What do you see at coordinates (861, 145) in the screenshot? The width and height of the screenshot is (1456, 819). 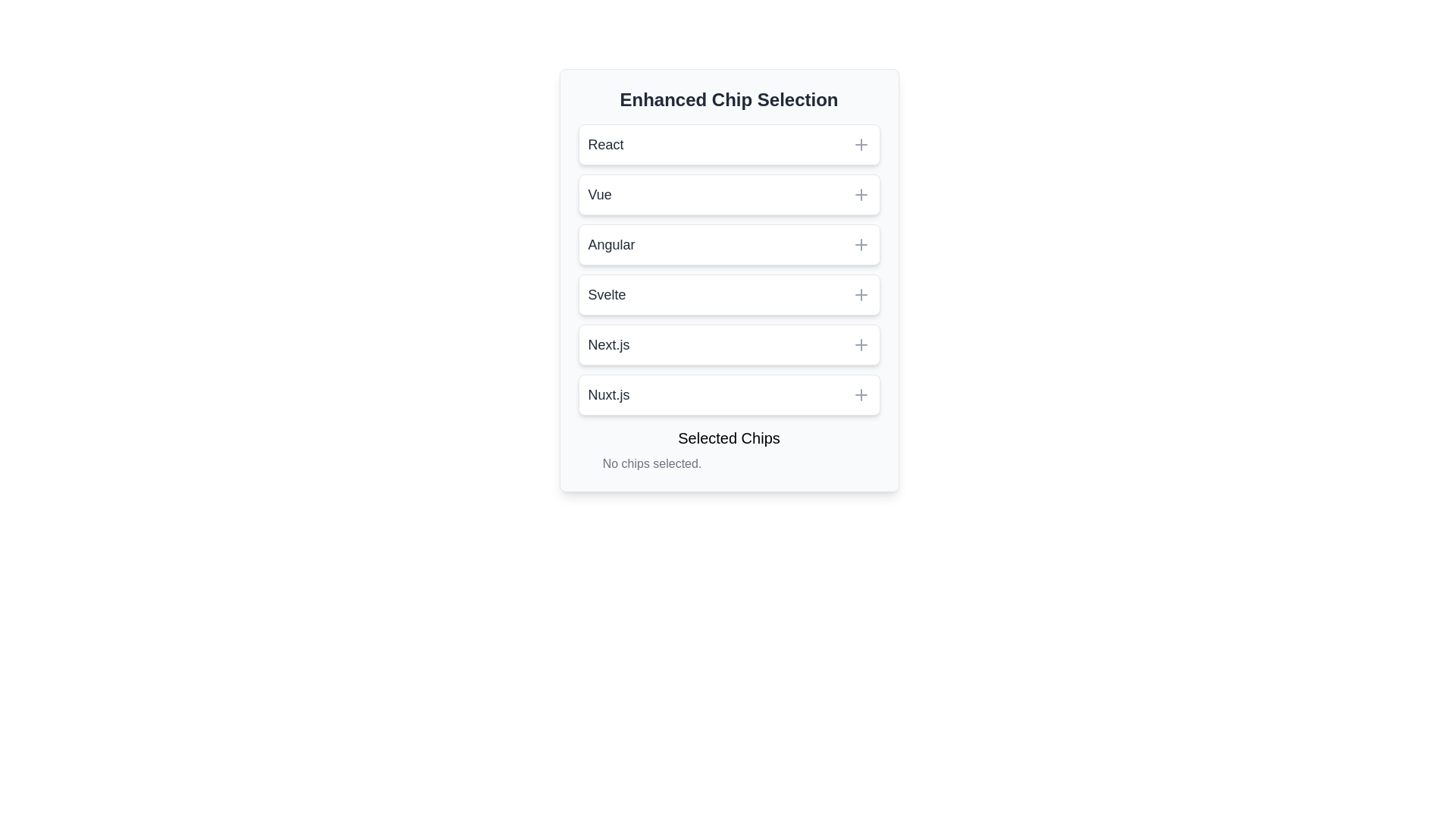 I see `the gray SVG button with a plus sign located to the far right of the 'React' list item` at bounding box center [861, 145].